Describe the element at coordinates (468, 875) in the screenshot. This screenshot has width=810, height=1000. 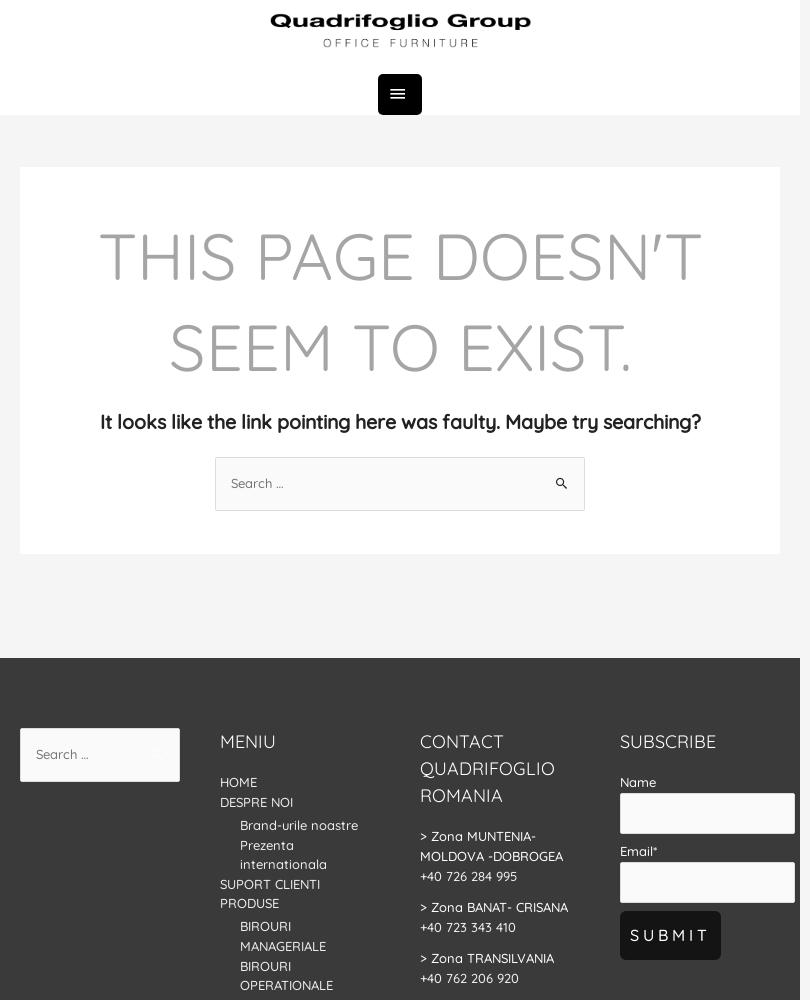
I see `'+40 726 284 995'` at that location.